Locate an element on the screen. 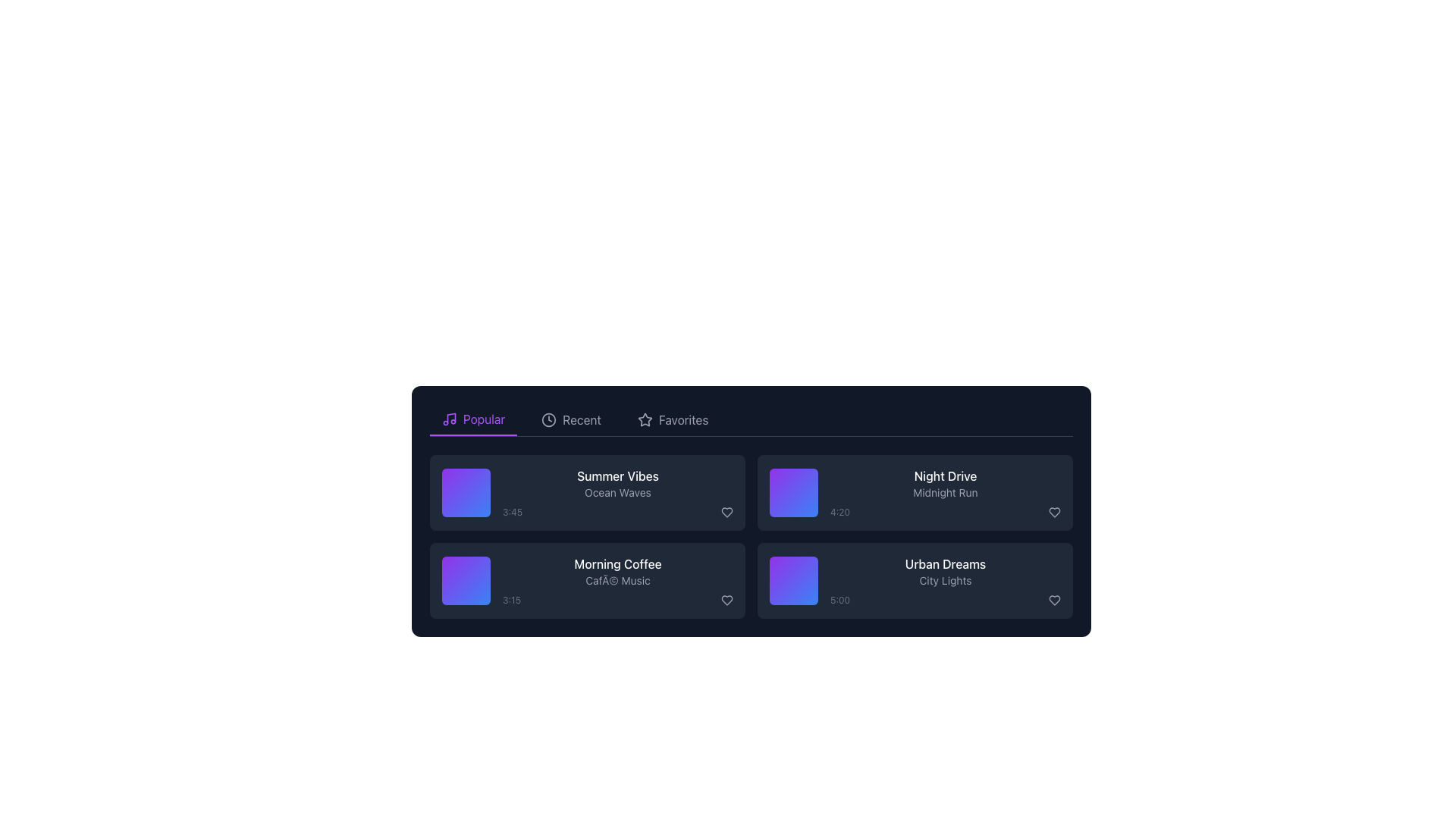 The height and width of the screenshot is (819, 1456). gray text displaying '5:00' located at the bottom-right side of the 'Urban Dreams - City Lights' music item tile is located at coordinates (945, 599).